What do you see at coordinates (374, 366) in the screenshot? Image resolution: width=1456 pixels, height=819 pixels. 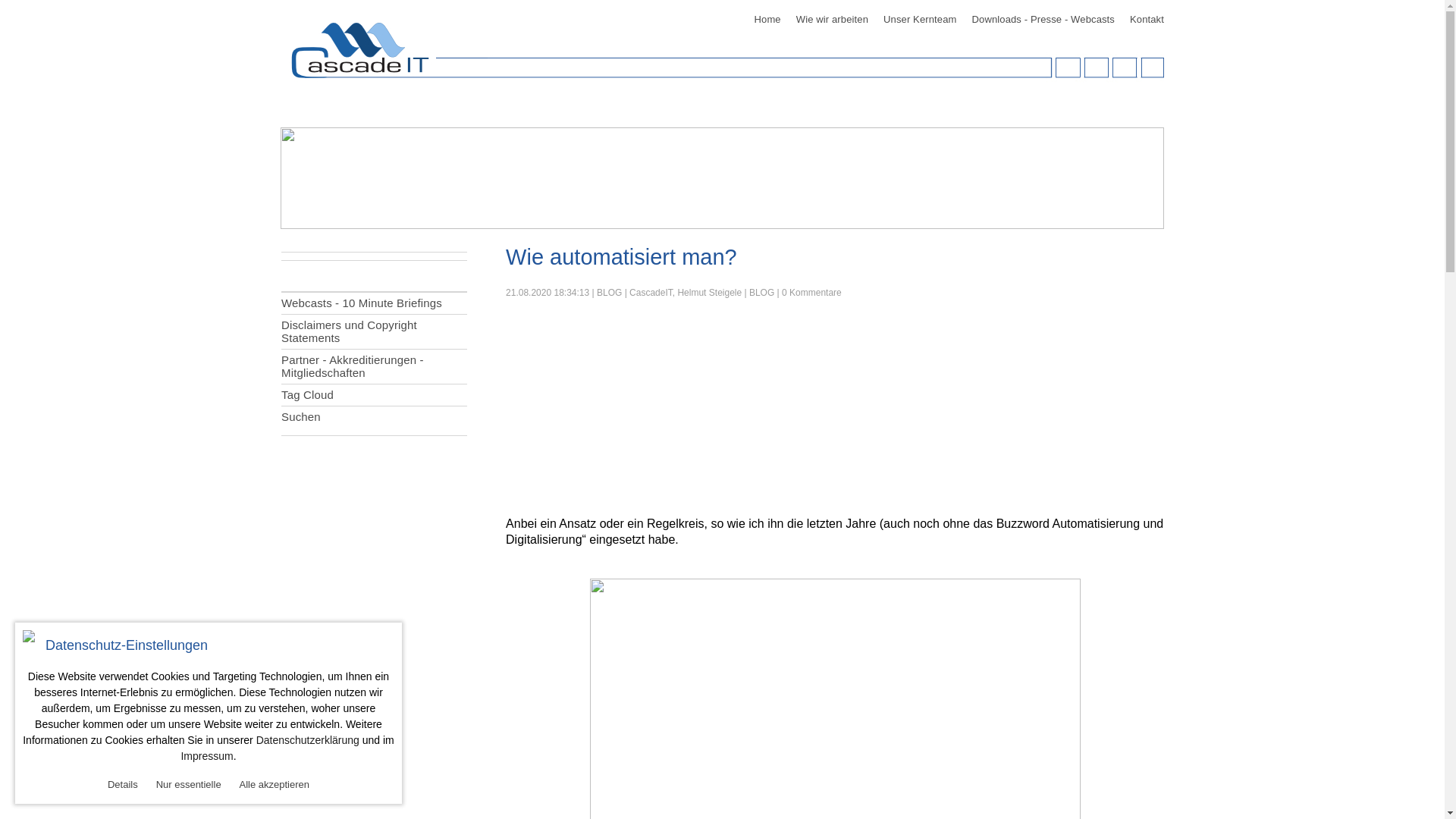 I see `'Partner - Akkreditierungen - Mitgliedschaften'` at bounding box center [374, 366].